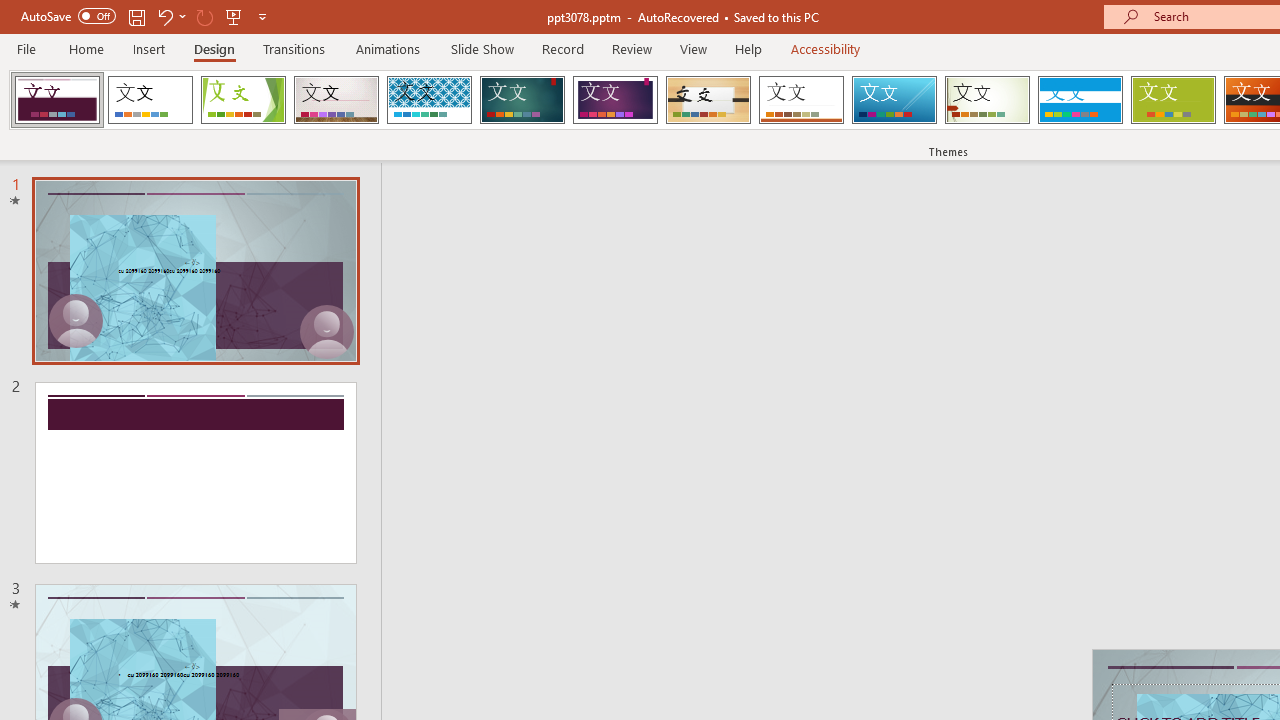 The width and height of the screenshot is (1280, 720). What do you see at coordinates (57, 100) in the screenshot?
I see `'Dividend'` at bounding box center [57, 100].